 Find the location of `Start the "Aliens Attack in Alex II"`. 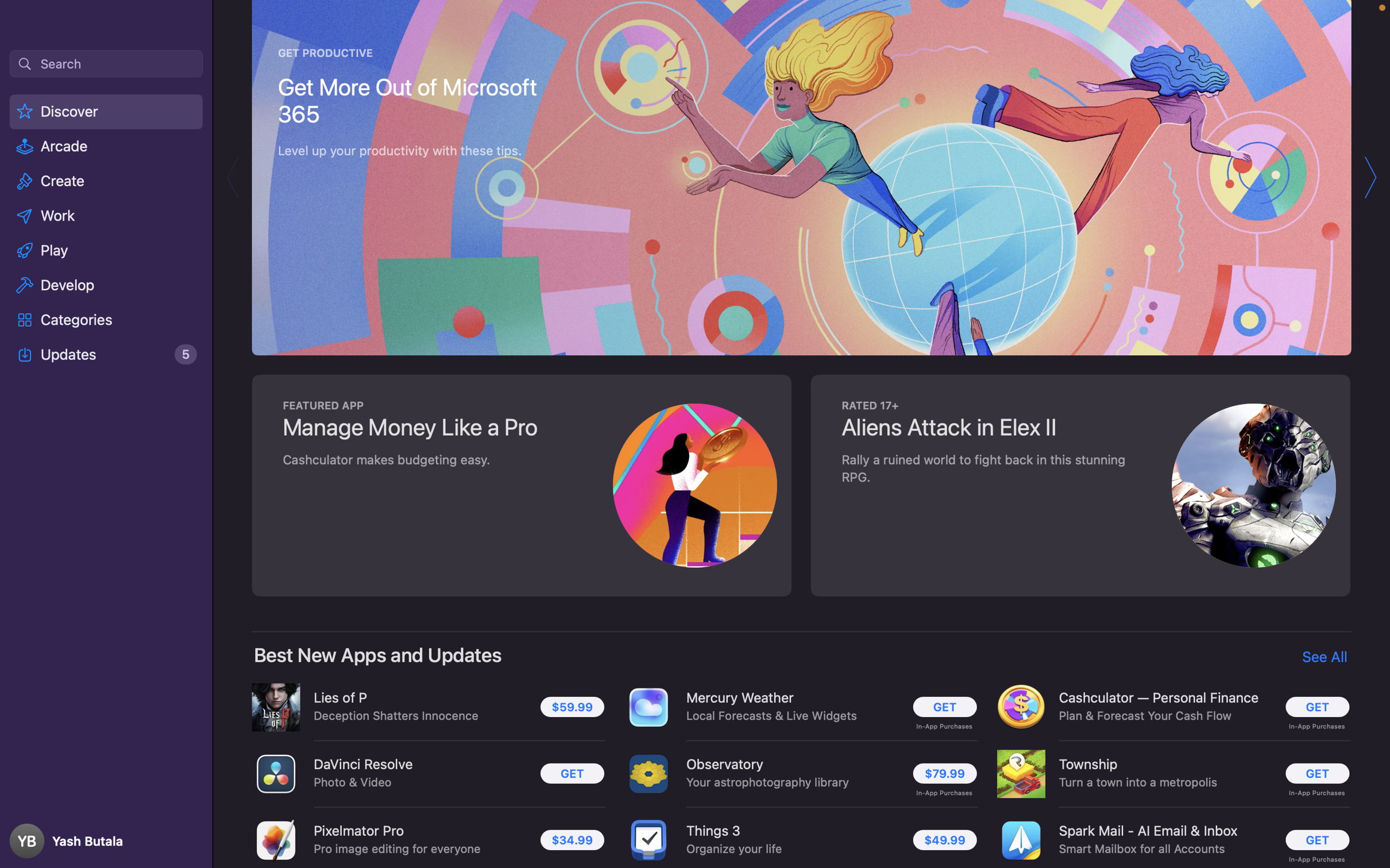

Start the "Aliens Attack in Alex II" is located at coordinates (1078, 483).